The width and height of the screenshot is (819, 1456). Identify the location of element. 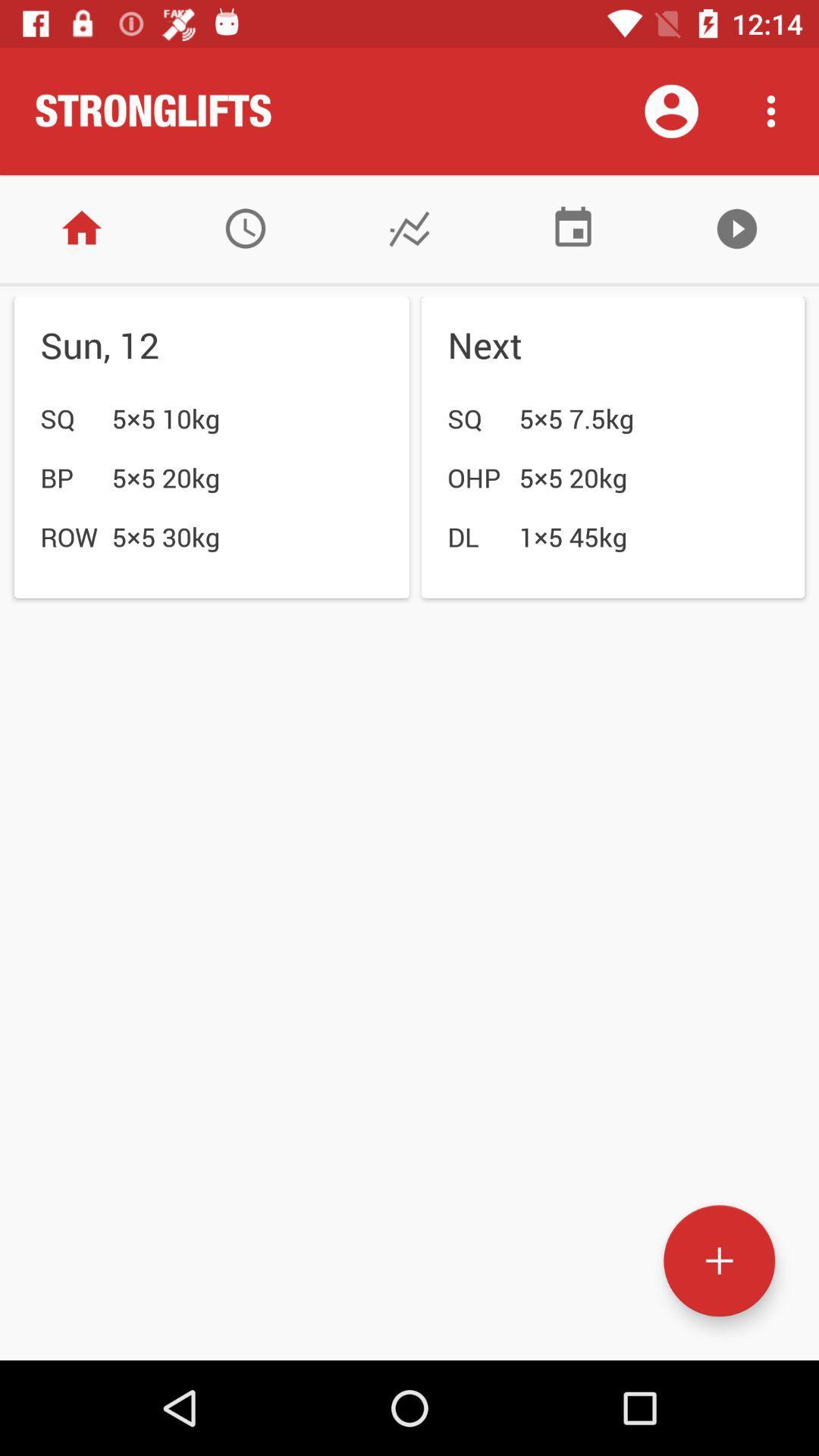
(718, 1260).